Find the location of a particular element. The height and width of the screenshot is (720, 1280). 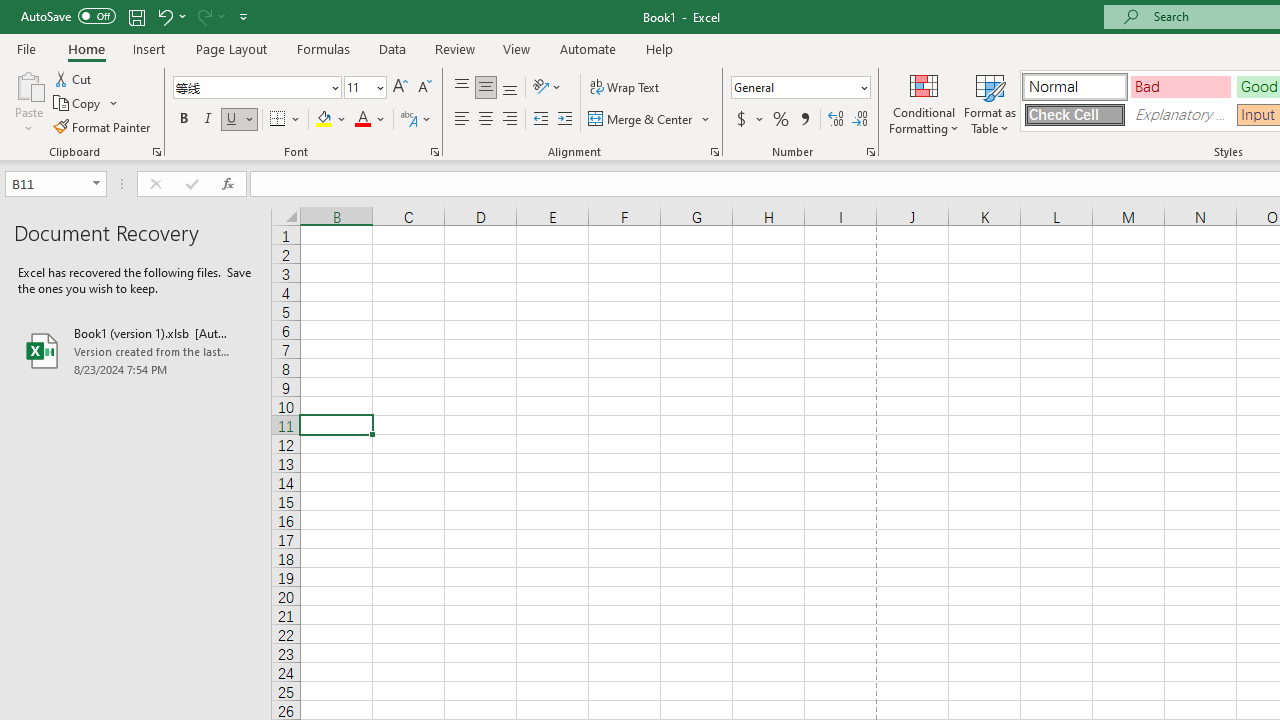

'Top Align' is located at coordinates (461, 86).